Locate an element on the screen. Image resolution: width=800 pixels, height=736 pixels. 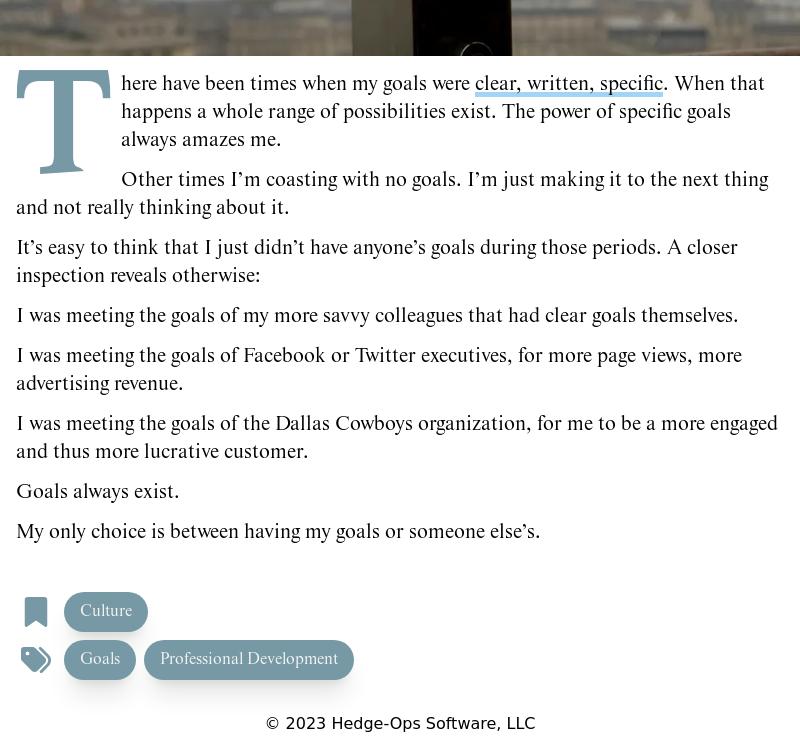
'Culture' is located at coordinates (105, 611).